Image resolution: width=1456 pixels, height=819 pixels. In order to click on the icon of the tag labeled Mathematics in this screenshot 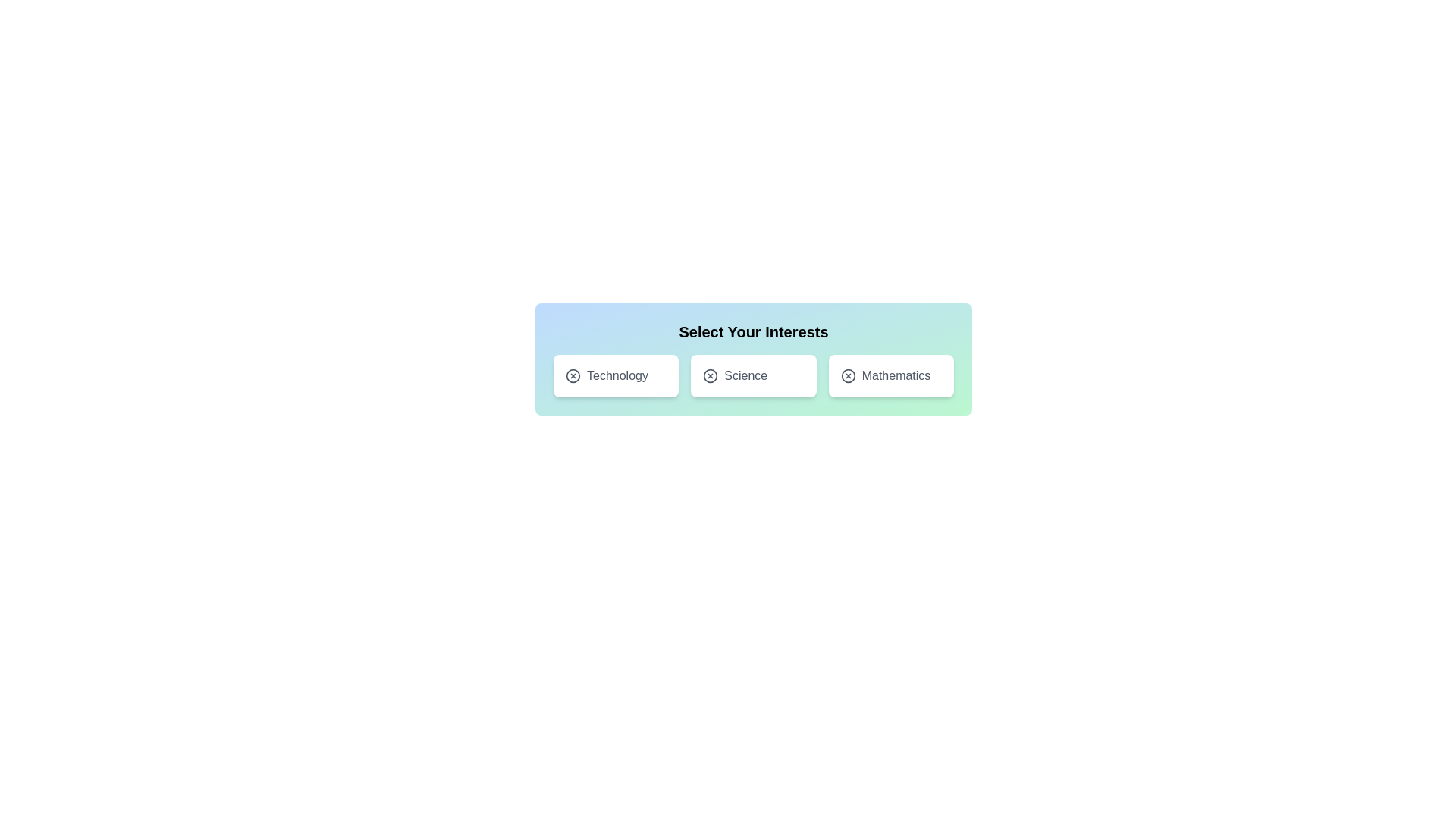, I will do `click(847, 375)`.